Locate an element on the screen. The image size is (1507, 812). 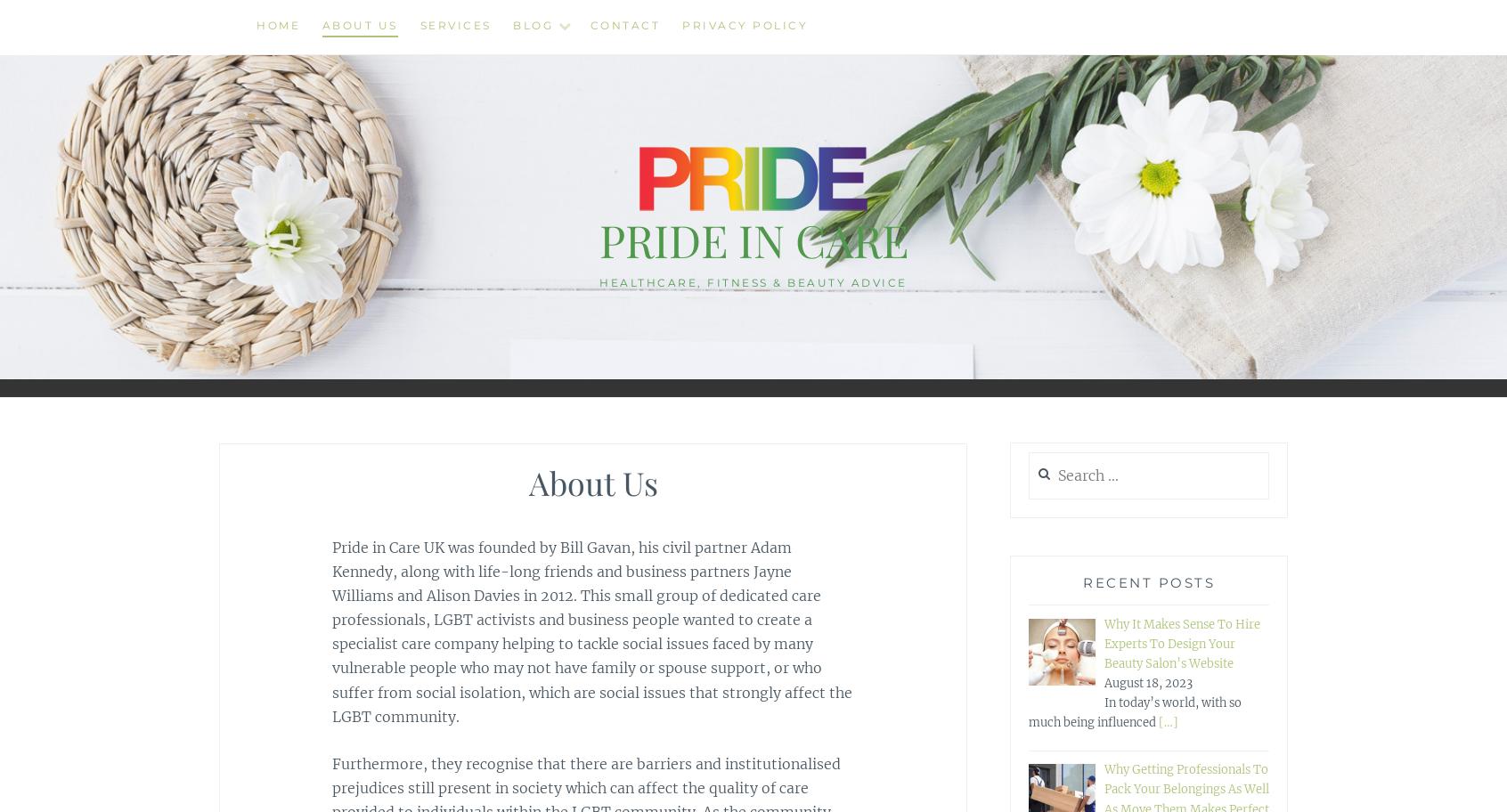
'About Us' is located at coordinates (359, 25).